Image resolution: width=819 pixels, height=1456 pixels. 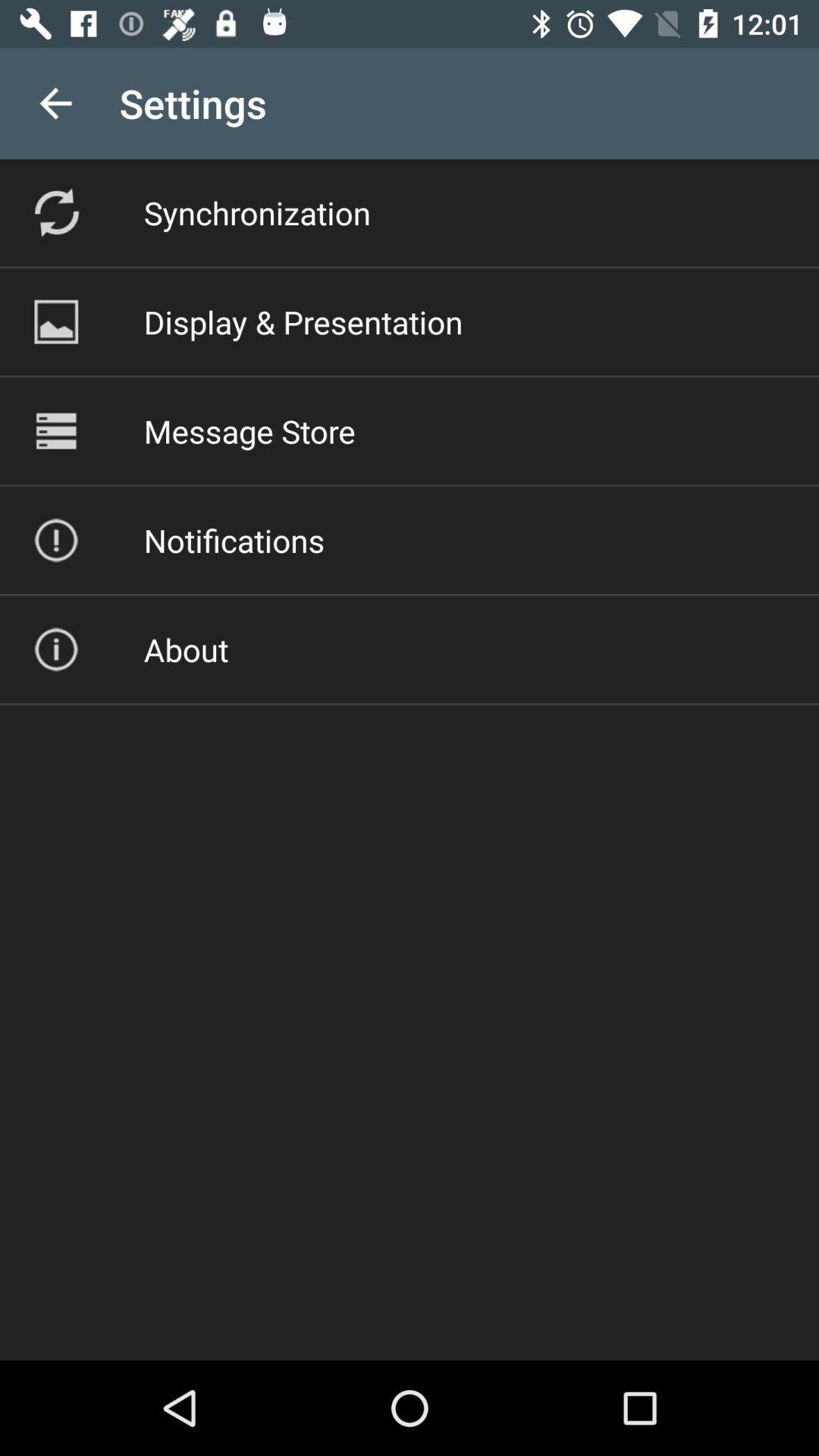 I want to click on display & presentation icon, so click(x=303, y=321).